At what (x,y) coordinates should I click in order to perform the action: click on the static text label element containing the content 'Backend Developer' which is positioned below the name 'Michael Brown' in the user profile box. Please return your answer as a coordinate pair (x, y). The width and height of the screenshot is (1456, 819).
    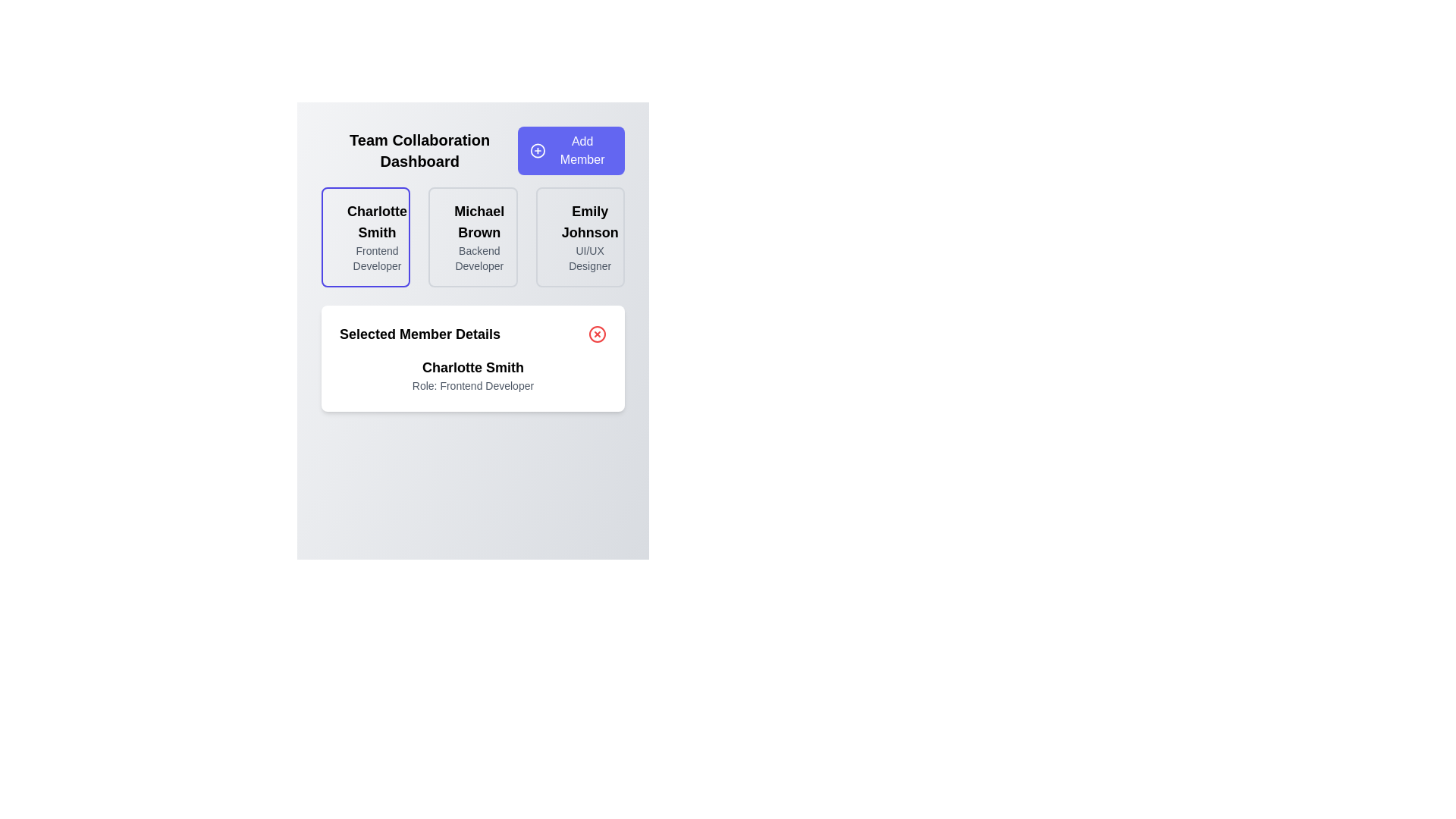
    Looking at the image, I should click on (479, 257).